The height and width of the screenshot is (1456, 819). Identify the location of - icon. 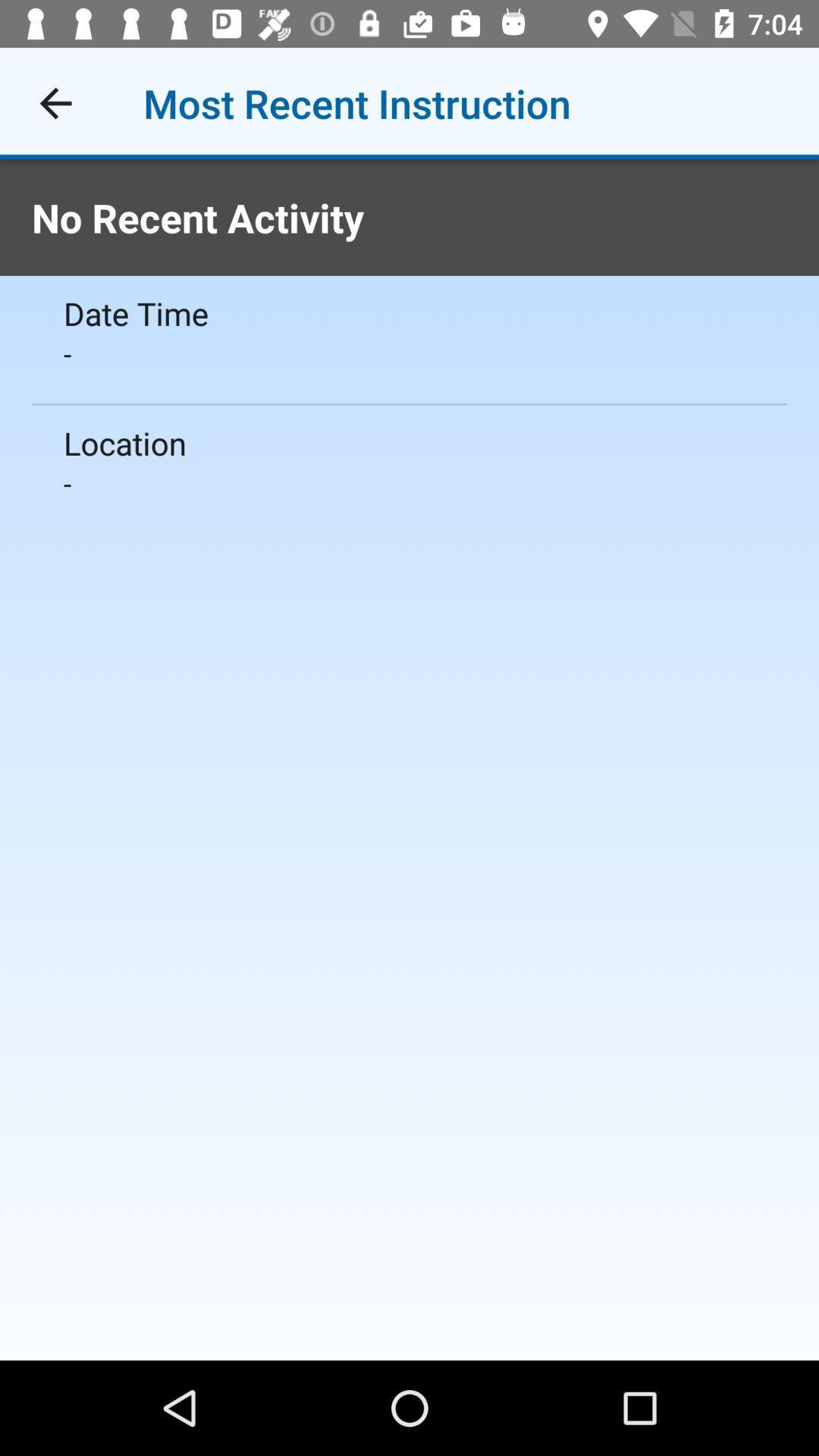
(409, 482).